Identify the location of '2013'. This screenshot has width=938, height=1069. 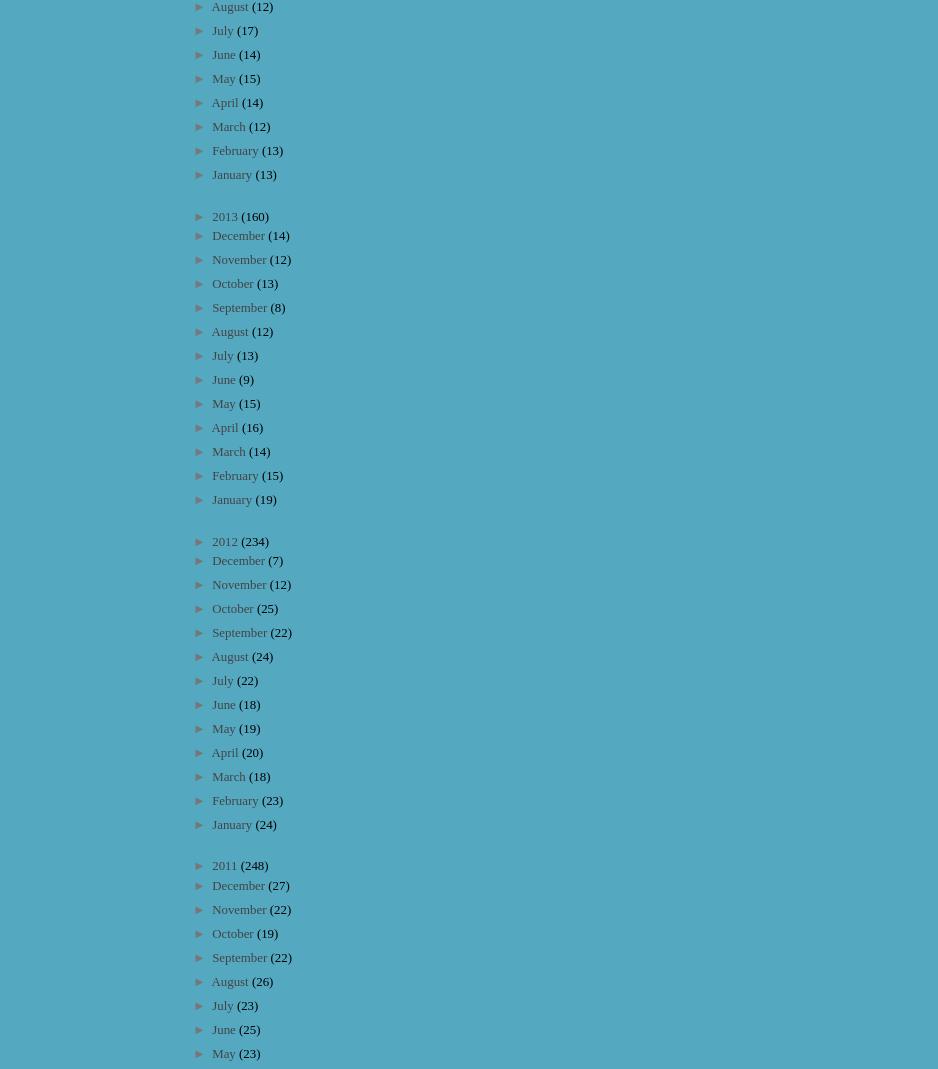
(226, 215).